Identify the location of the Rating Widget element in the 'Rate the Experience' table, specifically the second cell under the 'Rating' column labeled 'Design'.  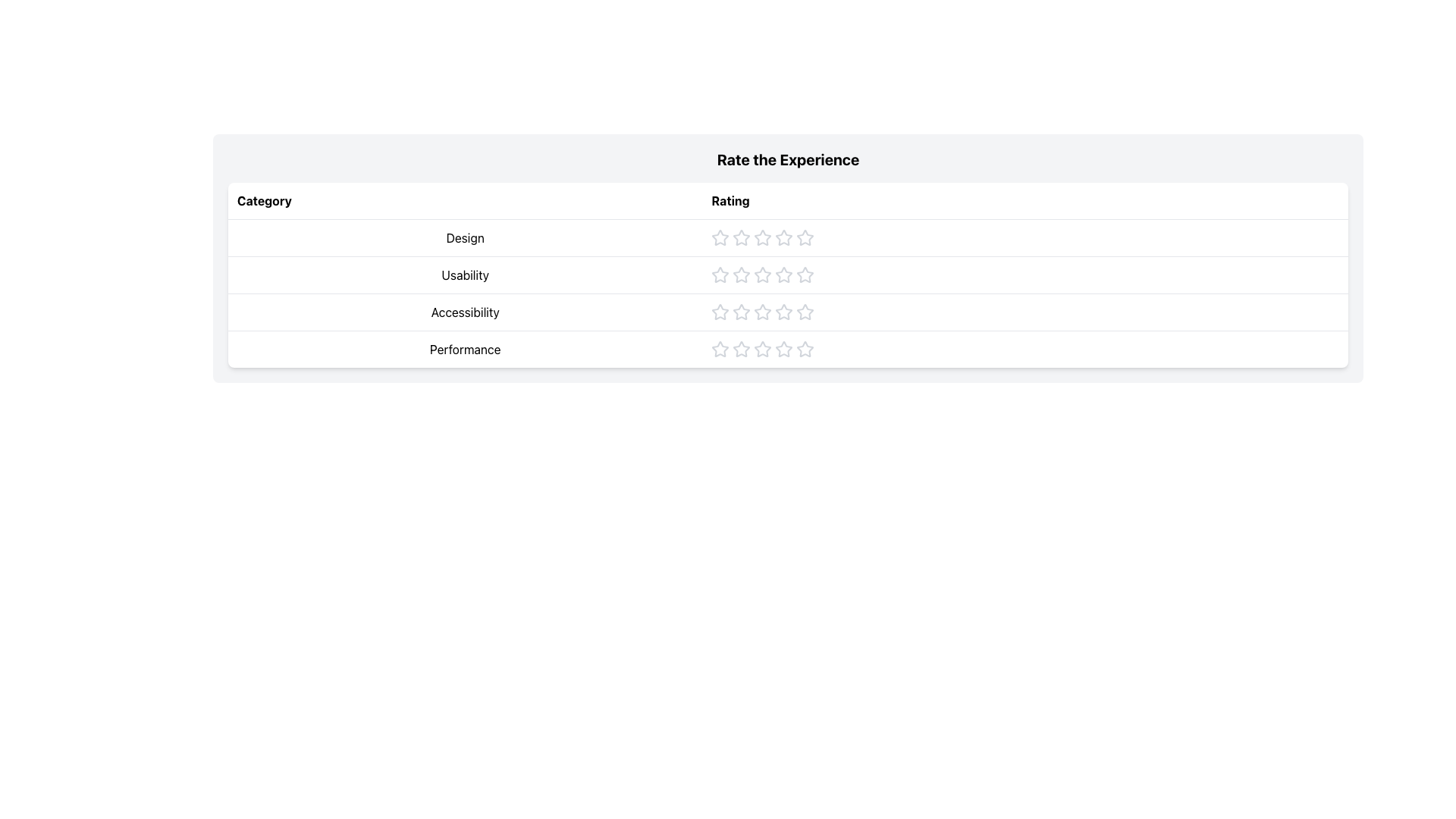
(1025, 237).